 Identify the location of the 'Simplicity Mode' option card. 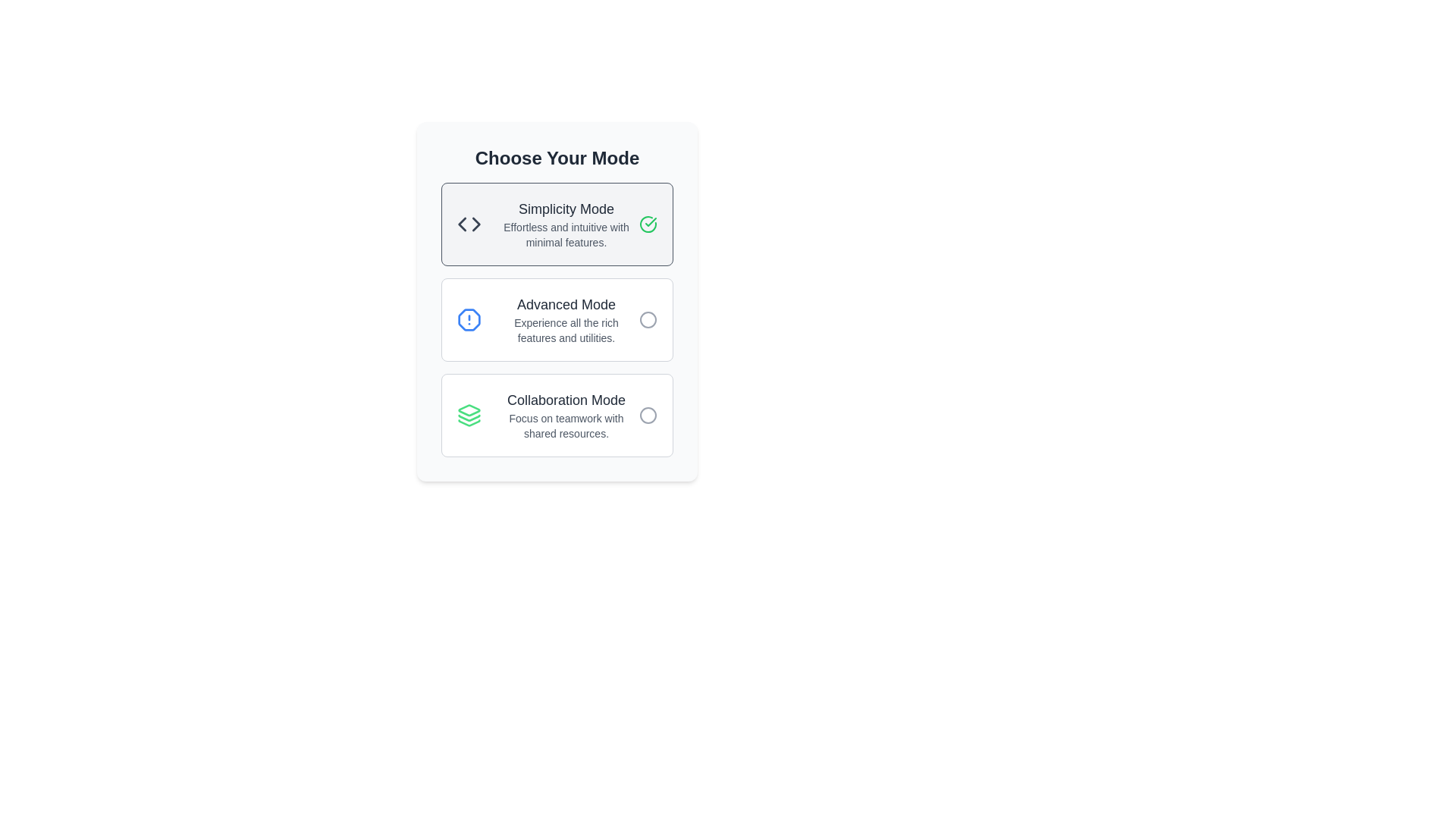
(556, 224).